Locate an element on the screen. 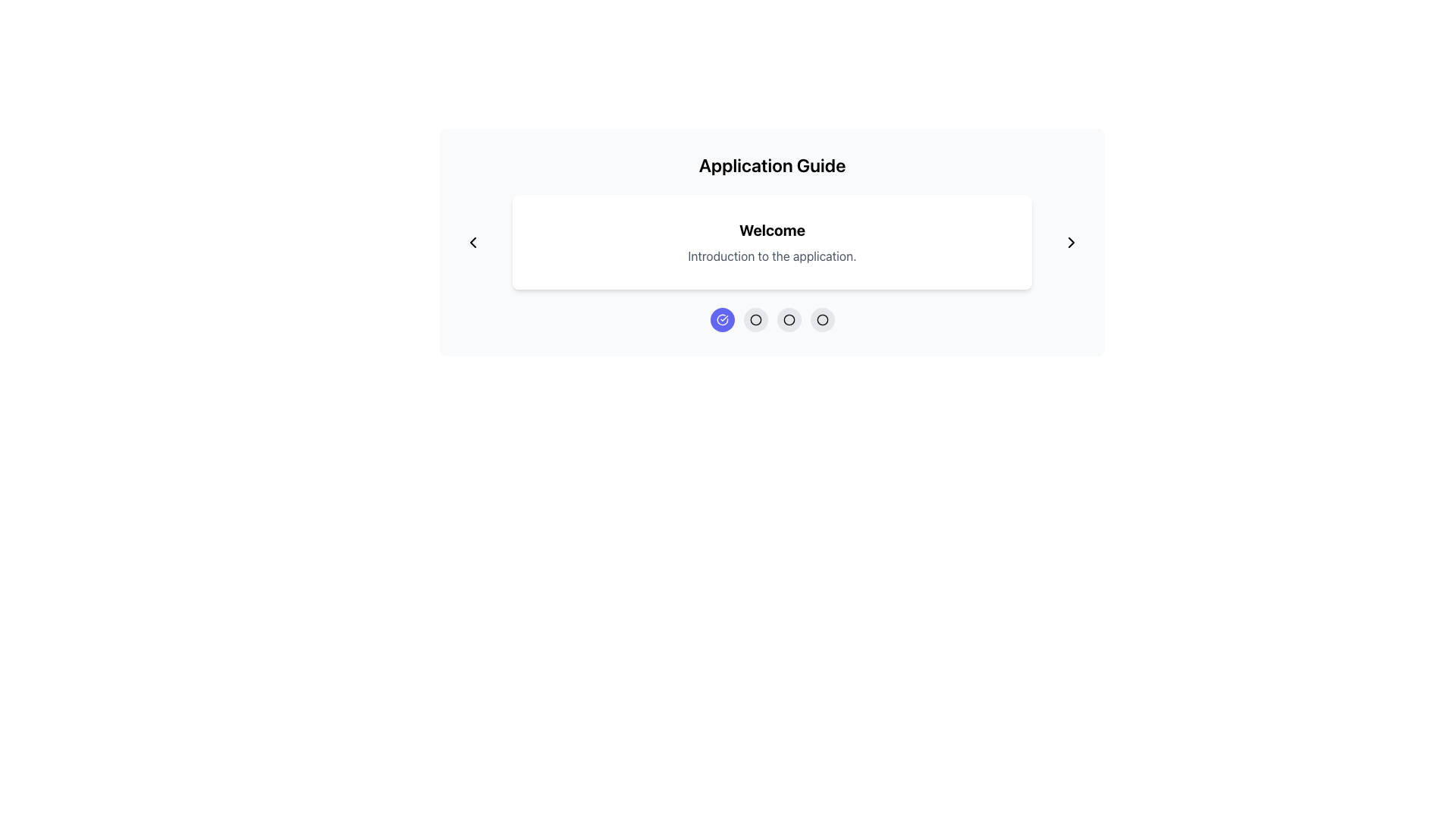  the static informational section element that displays the bold text 'Welcome' and the subtext 'Introduction to the application' is located at coordinates (772, 242).